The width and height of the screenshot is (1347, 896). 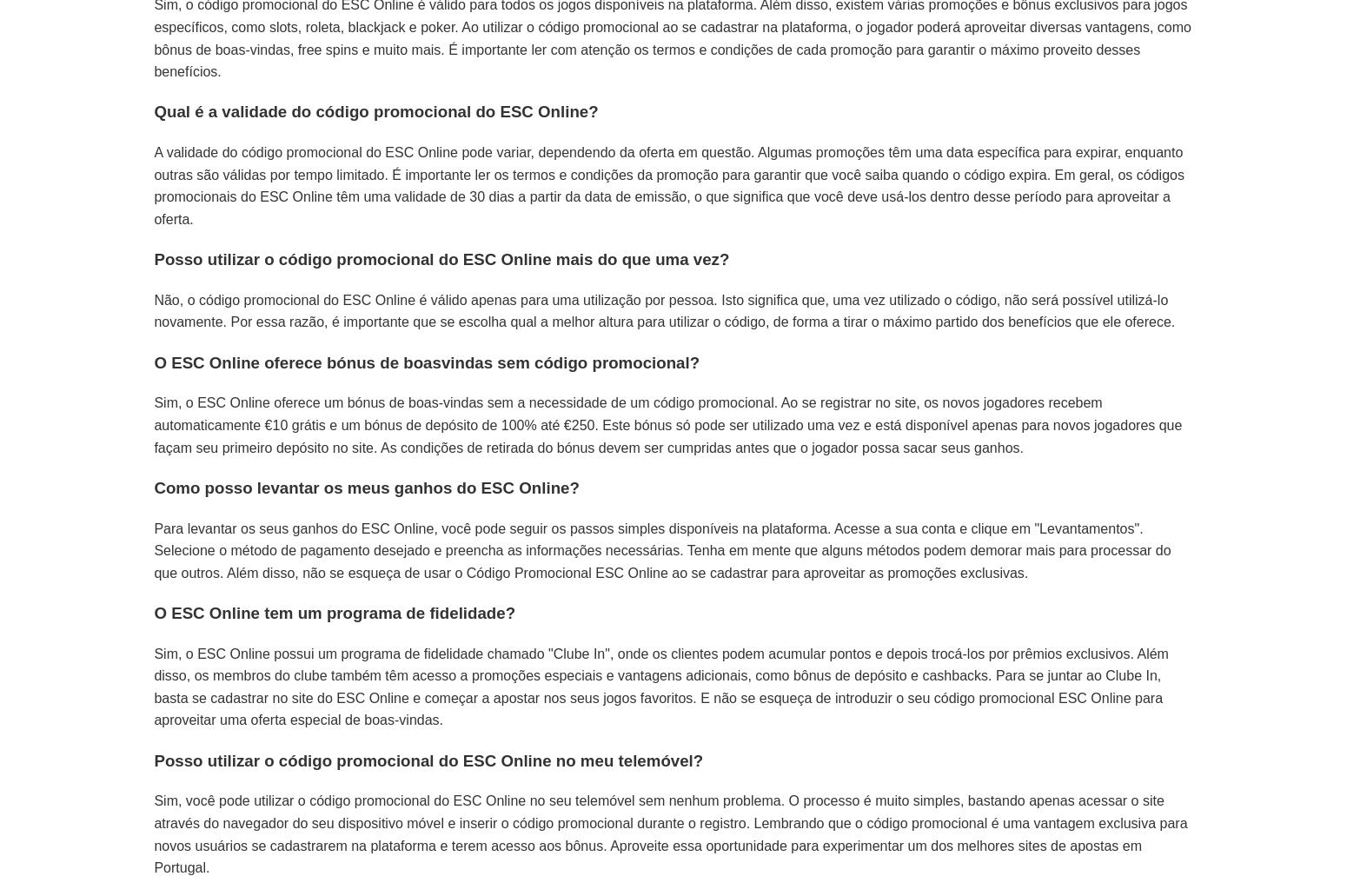 I want to click on 'Não, o código promocional do ESC Online é válido apenas para uma utilização por pessoa. Isto significa que, uma vez utilizado o código, não será possível utilizá-lo novamente. Por essa razão, é importante que se escolha qual a melhor altura para utilizar o código, de forma a tirar o máximo partido dos benefícios que ele oferece.', so click(x=664, y=309).